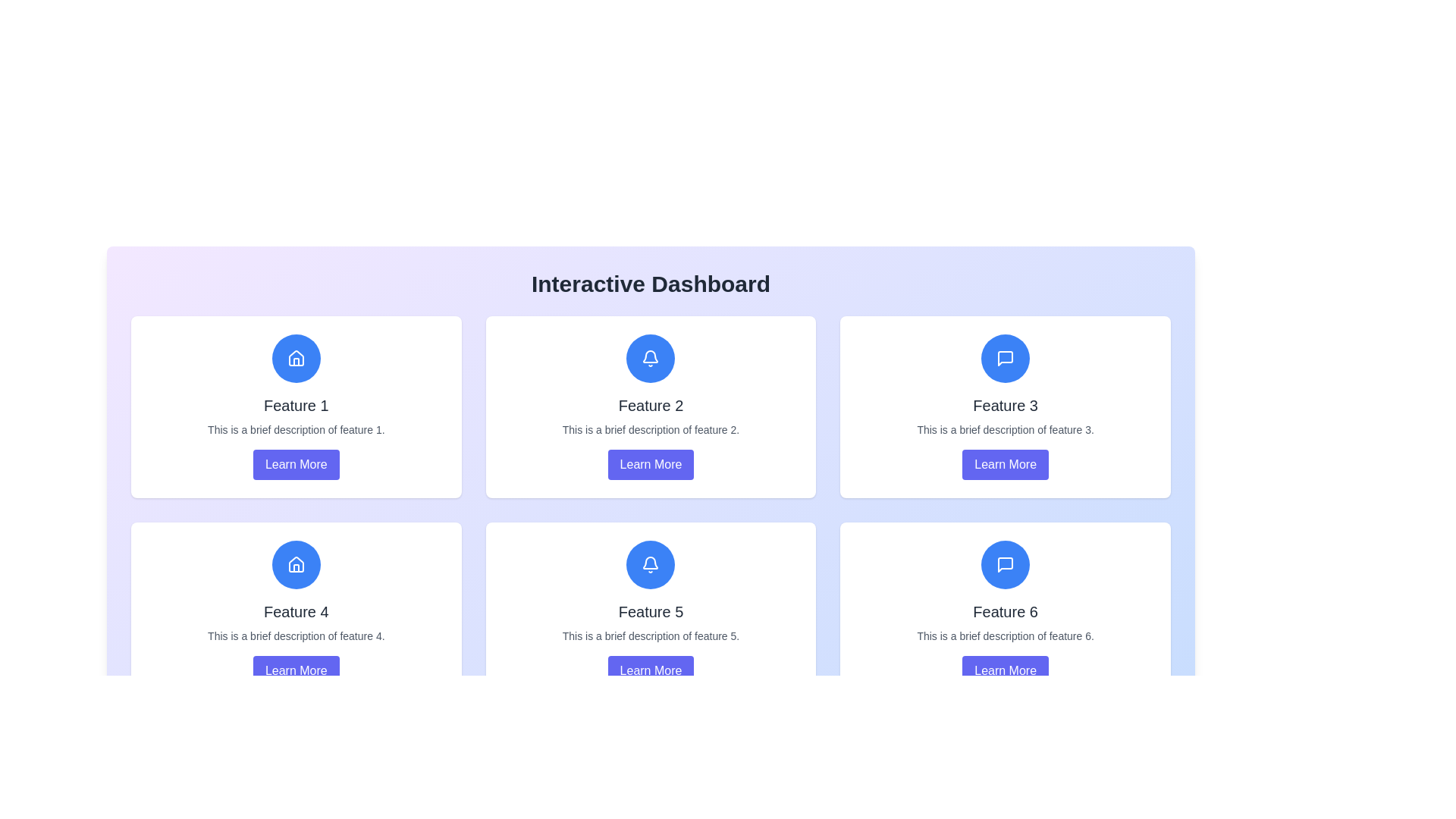 Image resolution: width=1456 pixels, height=819 pixels. Describe the element at coordinates (296, 358) in the screenshot. I see `the house icon located in the upper-left quadrant of the interface, above the 'Feature 4' label within the 'Feature 4' card component` at that location.